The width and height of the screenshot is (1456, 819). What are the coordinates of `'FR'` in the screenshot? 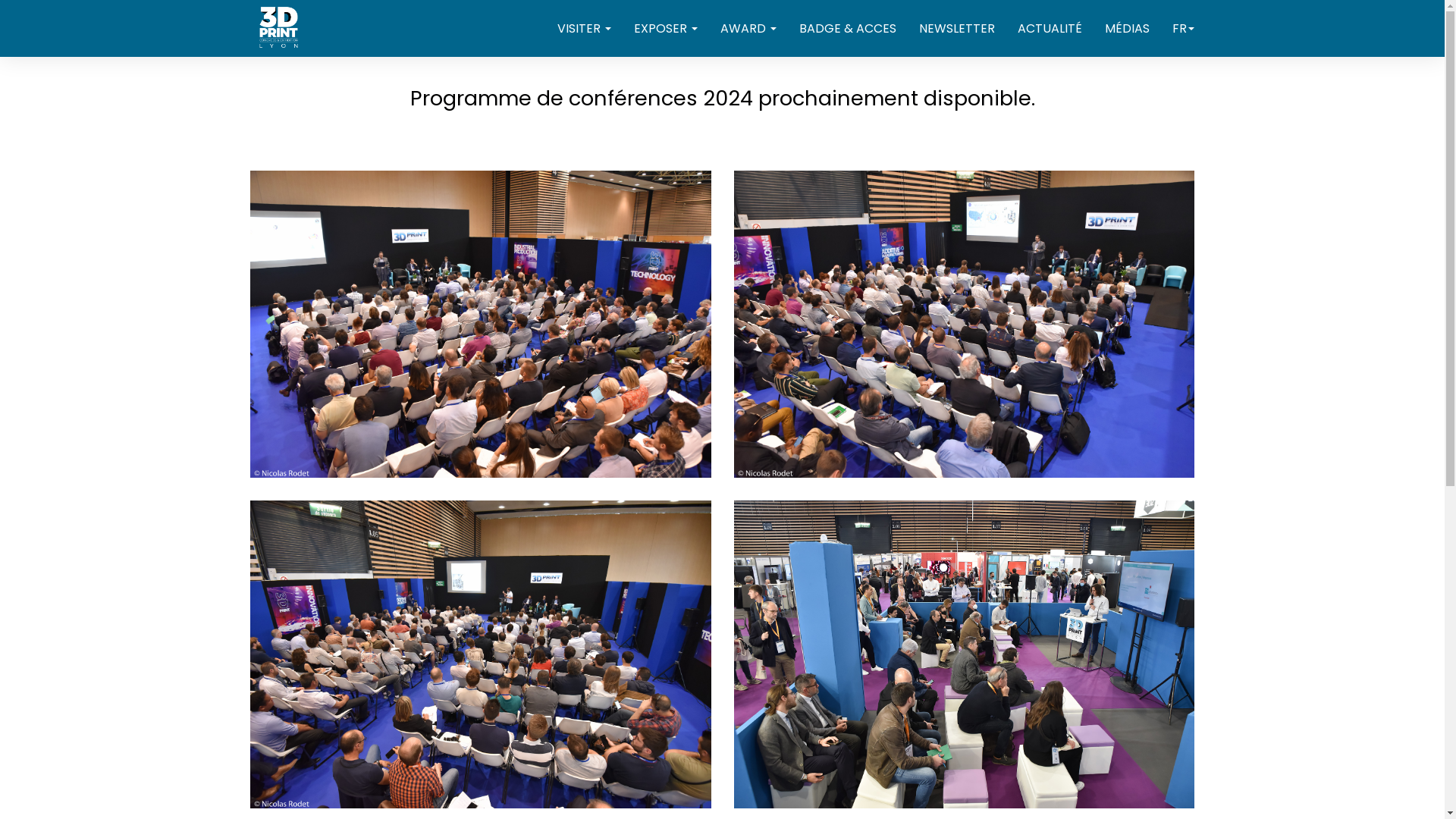 It's located at (1182, 29).